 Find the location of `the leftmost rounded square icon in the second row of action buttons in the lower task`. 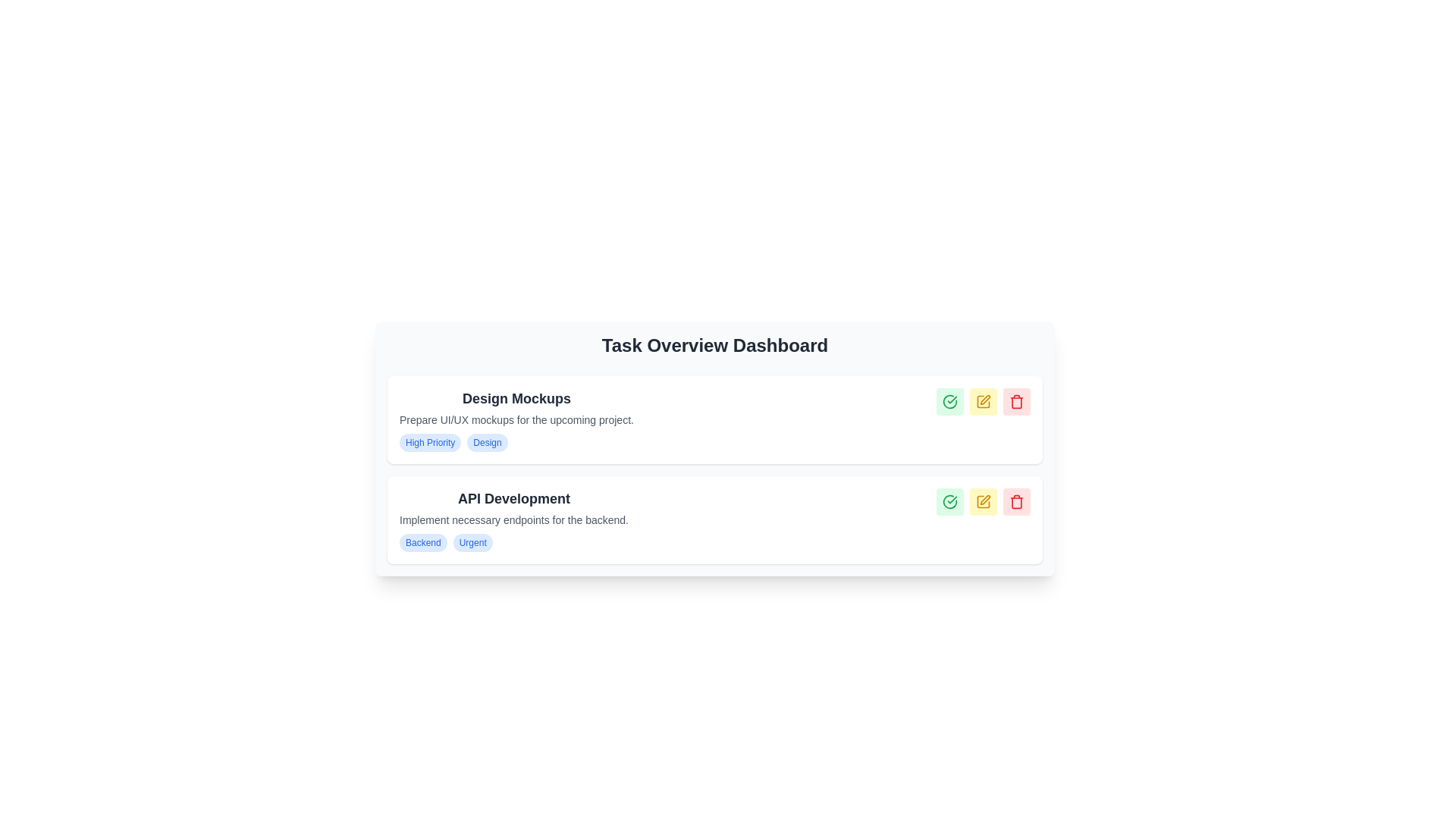

the leftmost rounded square icon in the second row of action buttons in the lower task is located at coordinates (983, 502).